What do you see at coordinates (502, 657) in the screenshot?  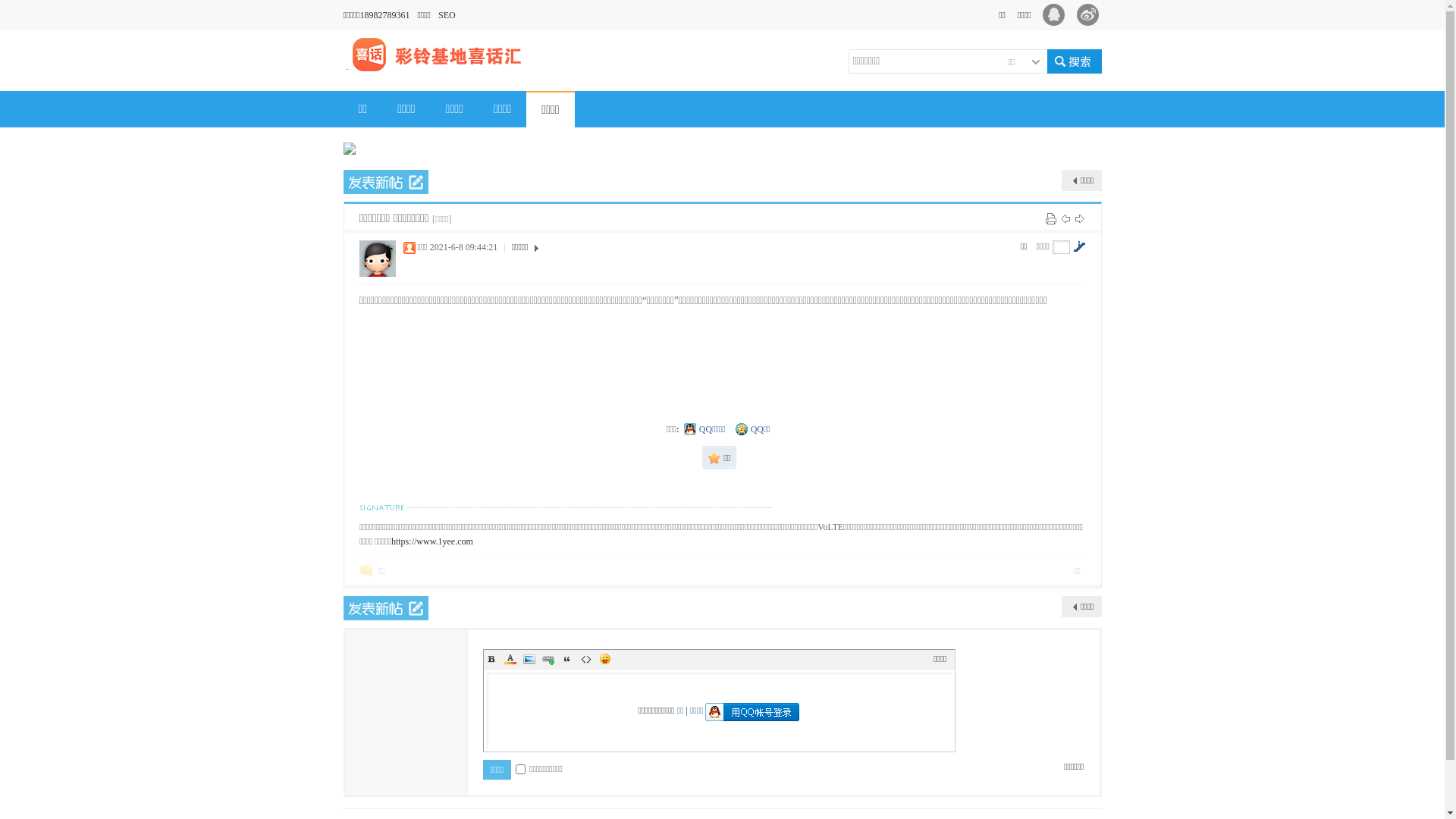 I see `'Color'` at bounding box center [502, 657].